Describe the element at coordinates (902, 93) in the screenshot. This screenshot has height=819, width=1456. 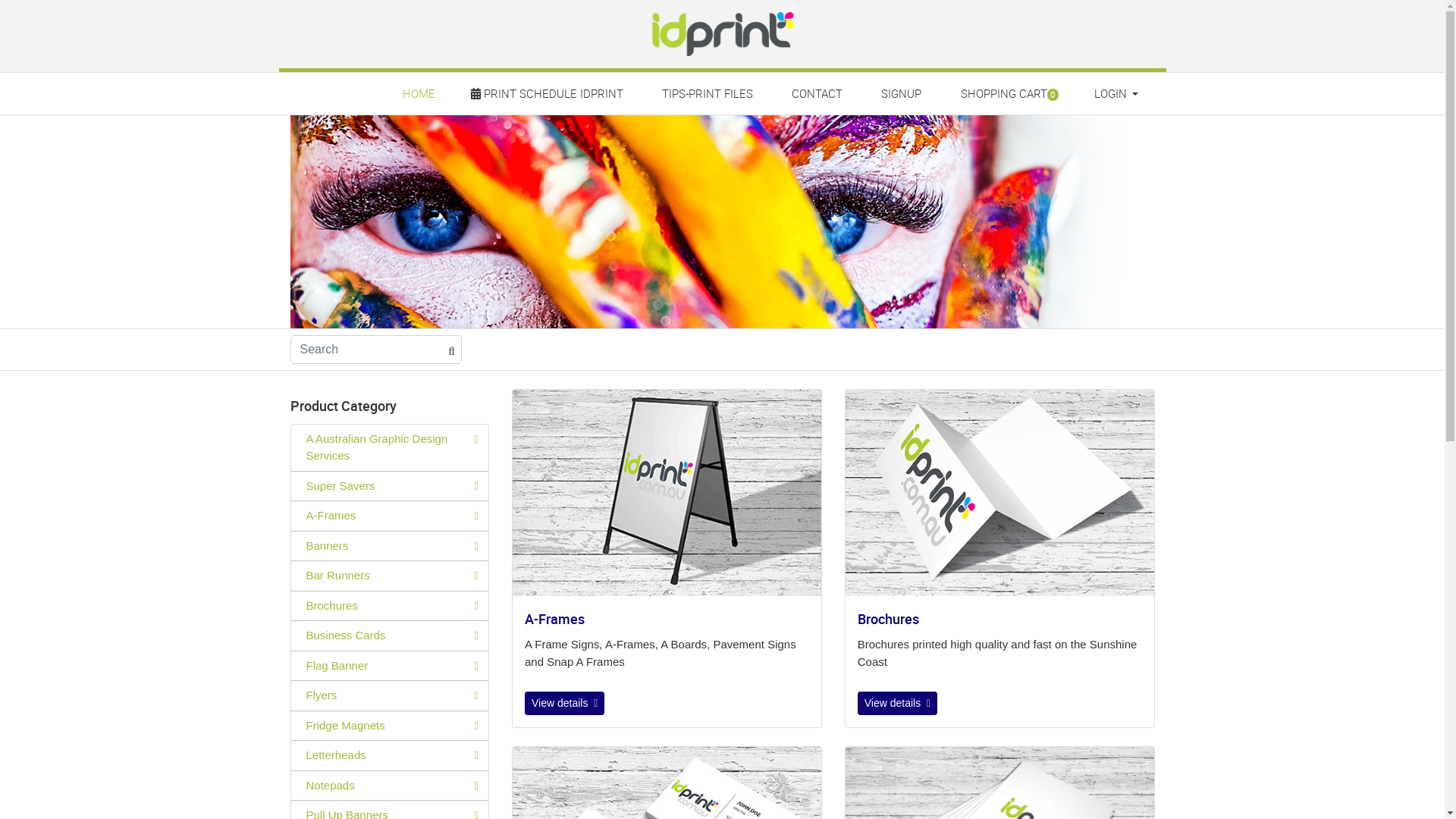
I see `'SIGNUP'` at that location.